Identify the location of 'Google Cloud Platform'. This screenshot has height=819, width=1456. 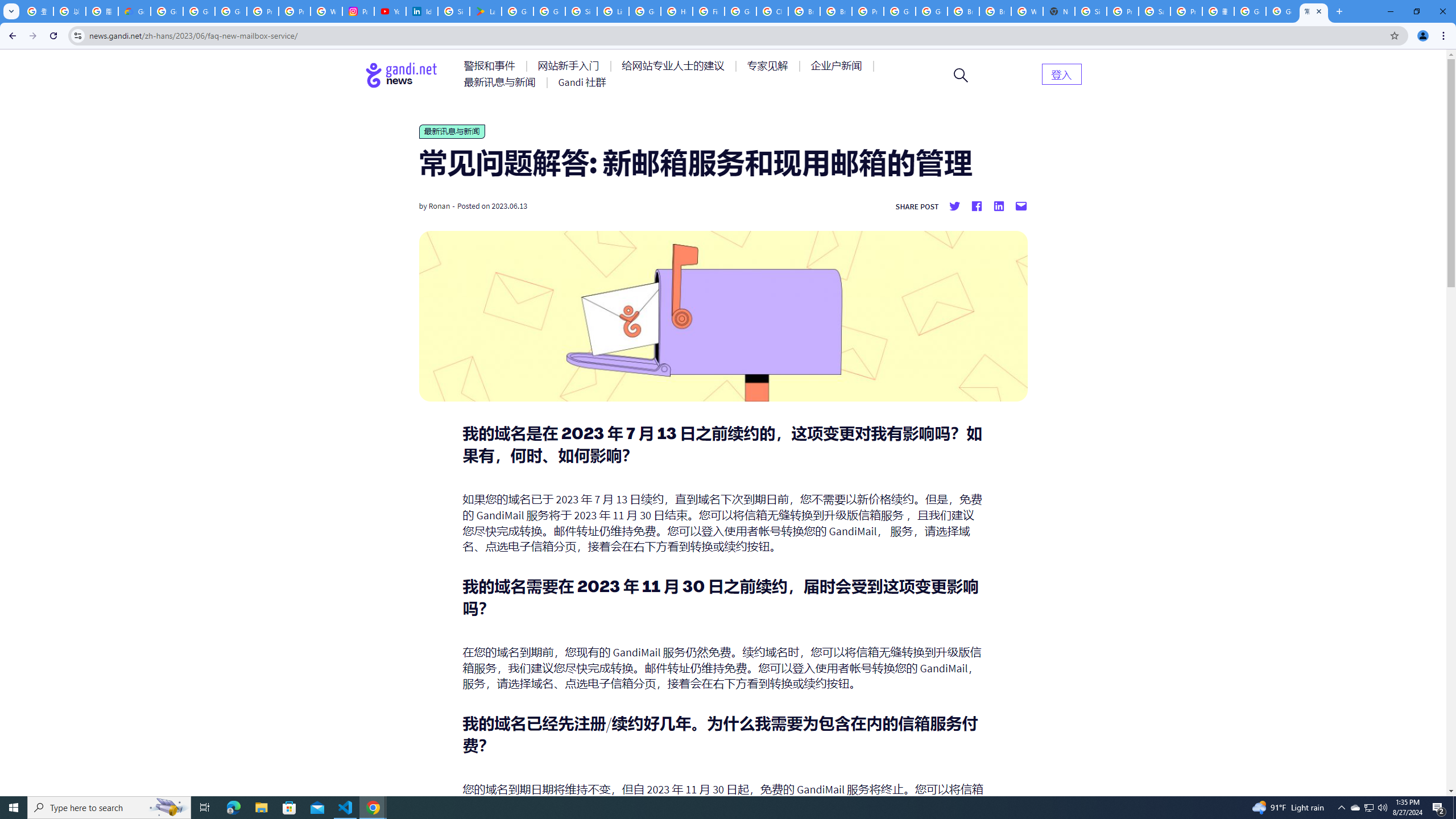
(899, 11).